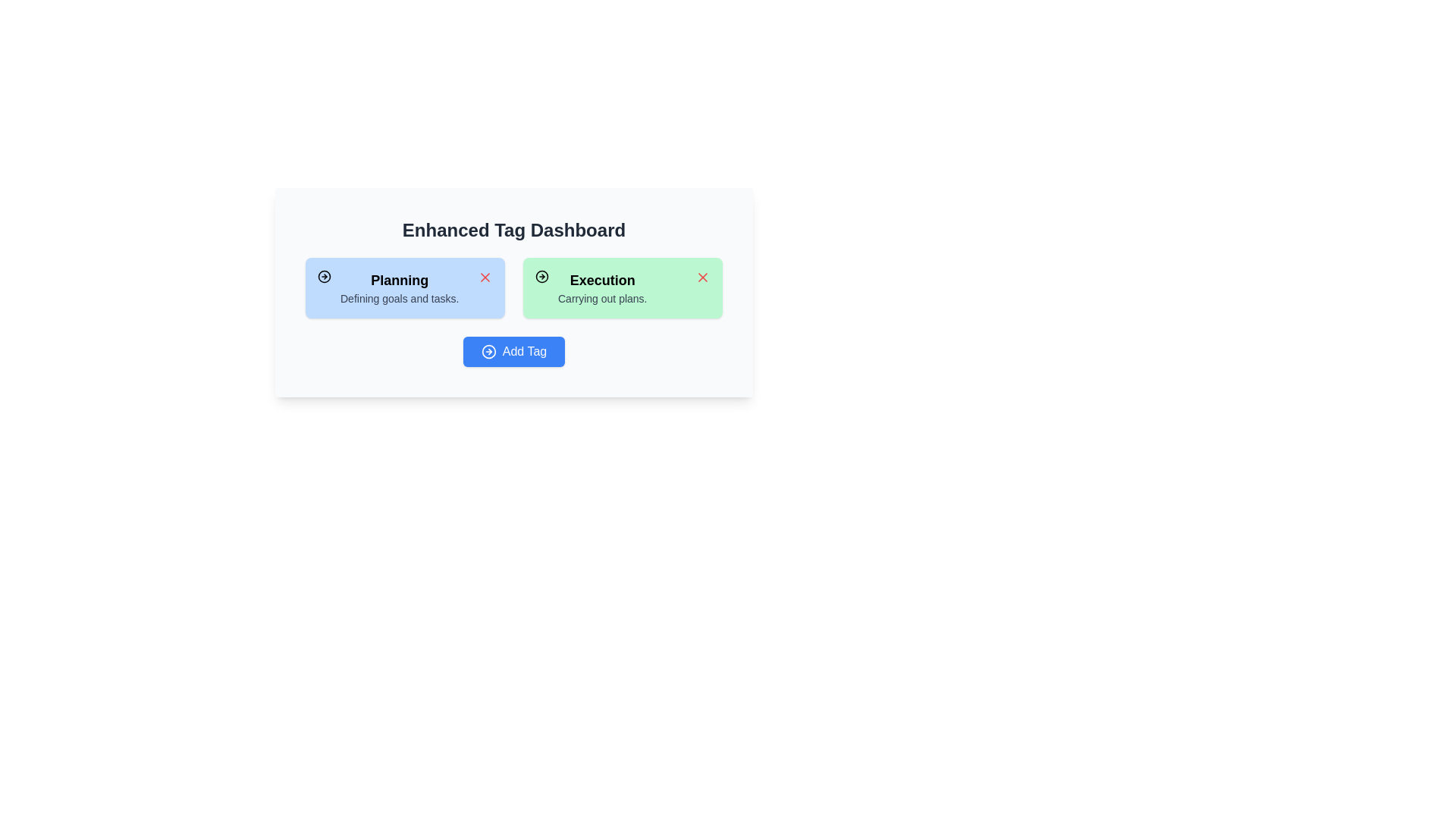 The width and height of the screenshot is (1456, 819). Describe the element at coordinates (513, 351) in the screenshot. I see `the 'Add Tag' button located at the bottom center of the dashboard` at that location.